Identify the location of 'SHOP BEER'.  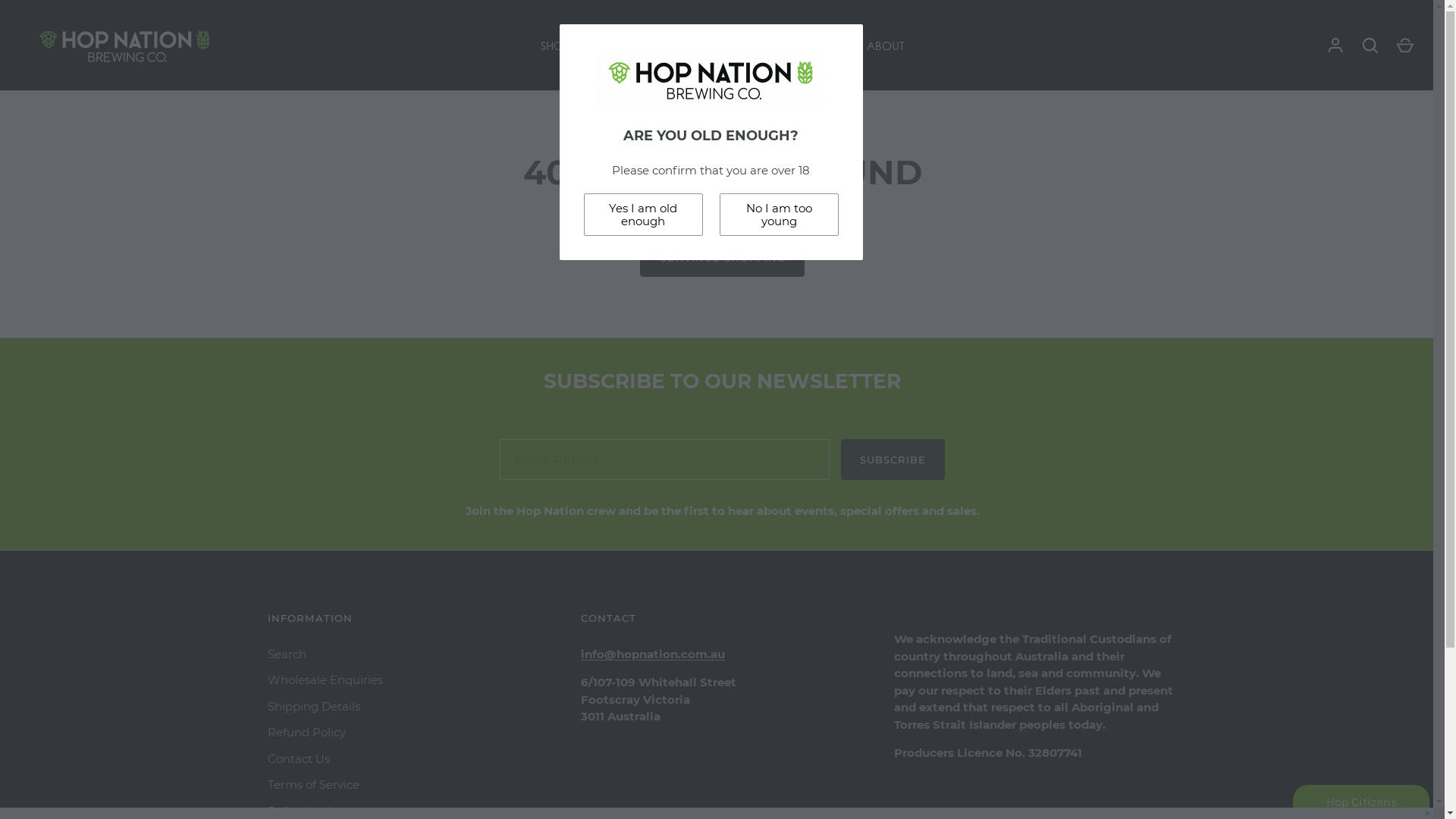
(568, 45).